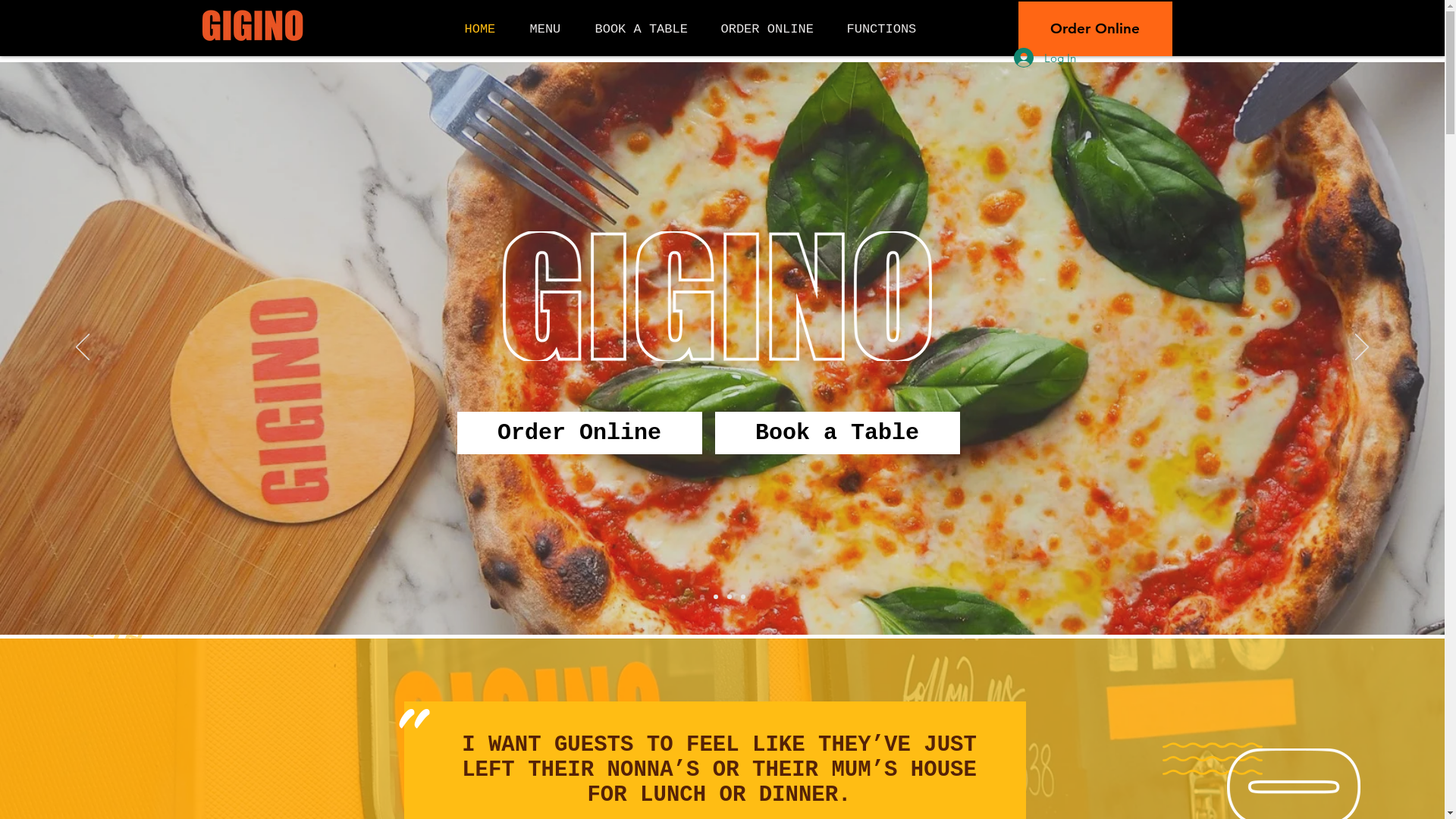 The image size is (1456, 819). What do you see at coordinates (1043, 57) in the screenshot?
I see `'Log In'` at bounding box center [1043, 57].